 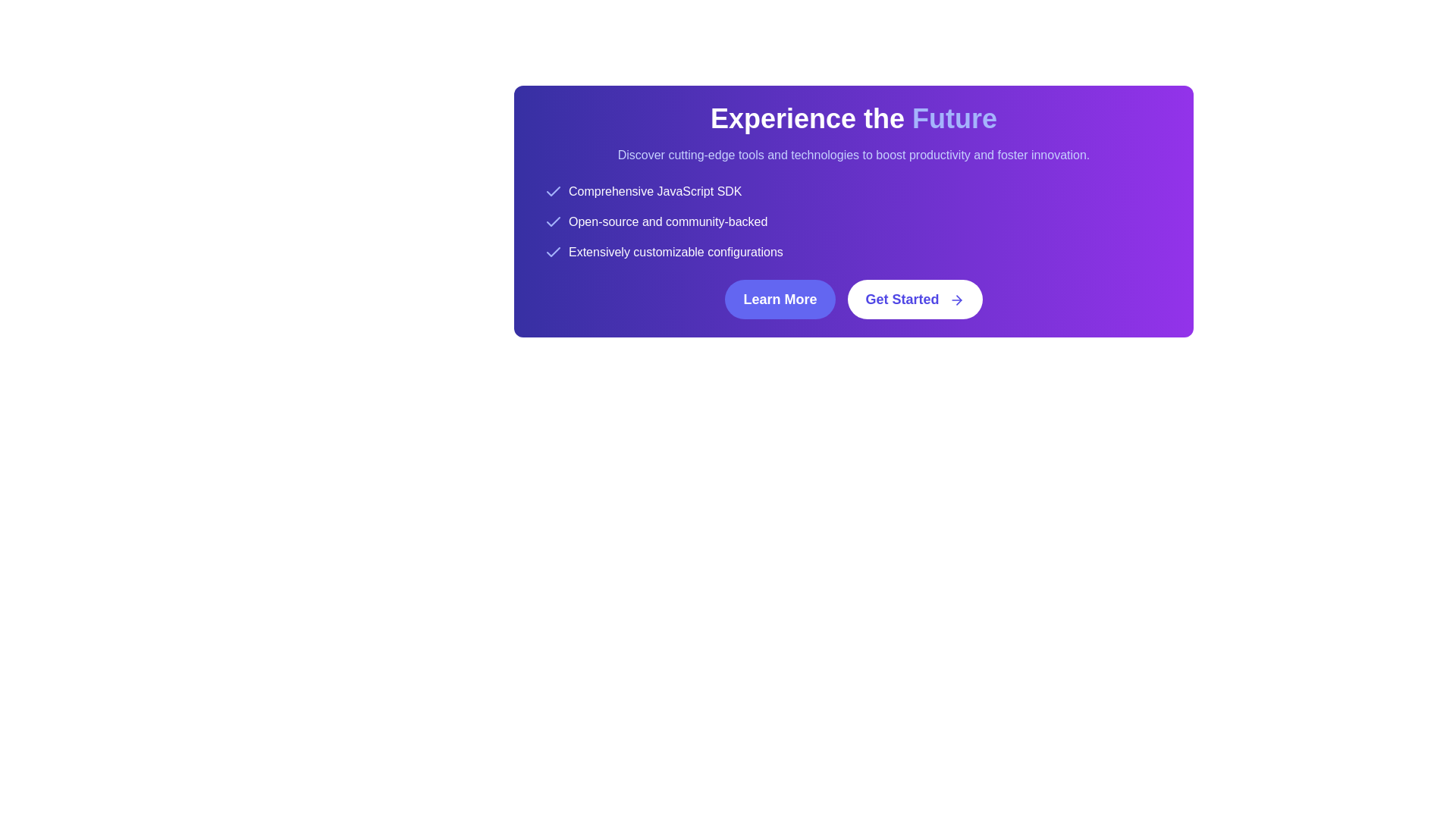 I want to click on the third text label in the features list, so click(x=675, y=251).